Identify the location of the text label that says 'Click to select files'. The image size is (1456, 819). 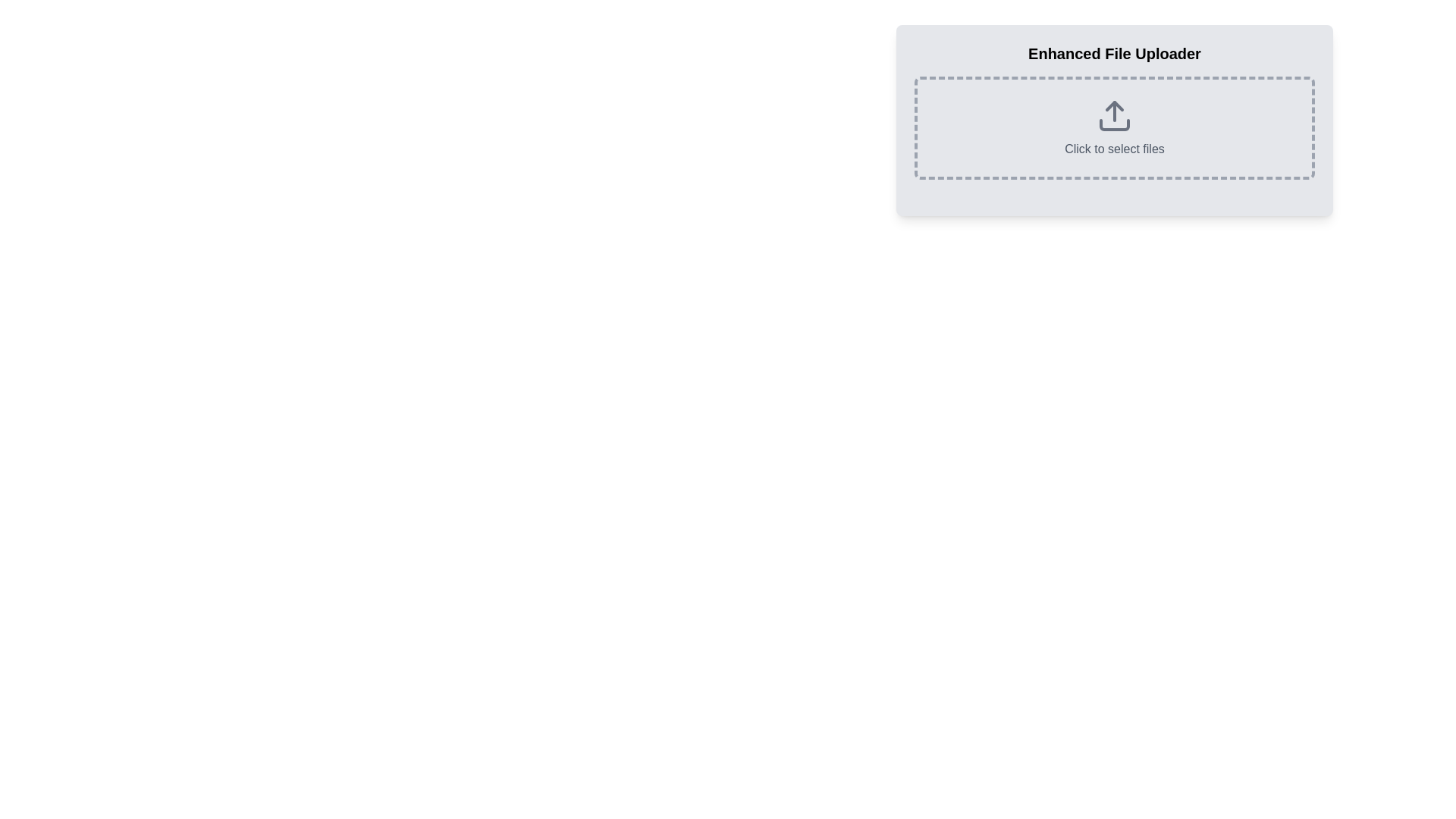
(1114, 149).